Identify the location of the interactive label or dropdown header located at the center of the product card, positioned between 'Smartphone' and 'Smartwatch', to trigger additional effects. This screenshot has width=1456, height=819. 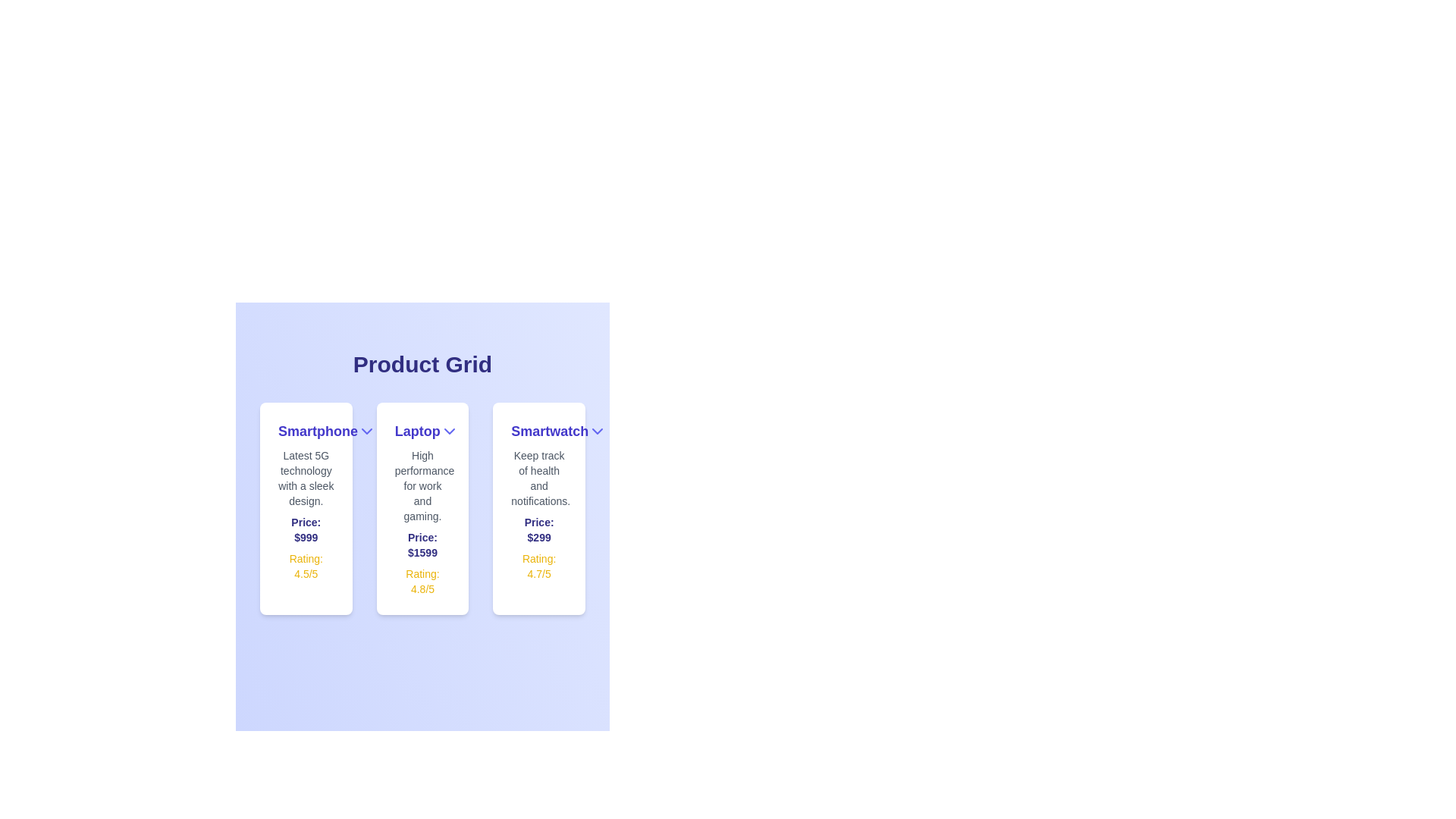
(422, 431).